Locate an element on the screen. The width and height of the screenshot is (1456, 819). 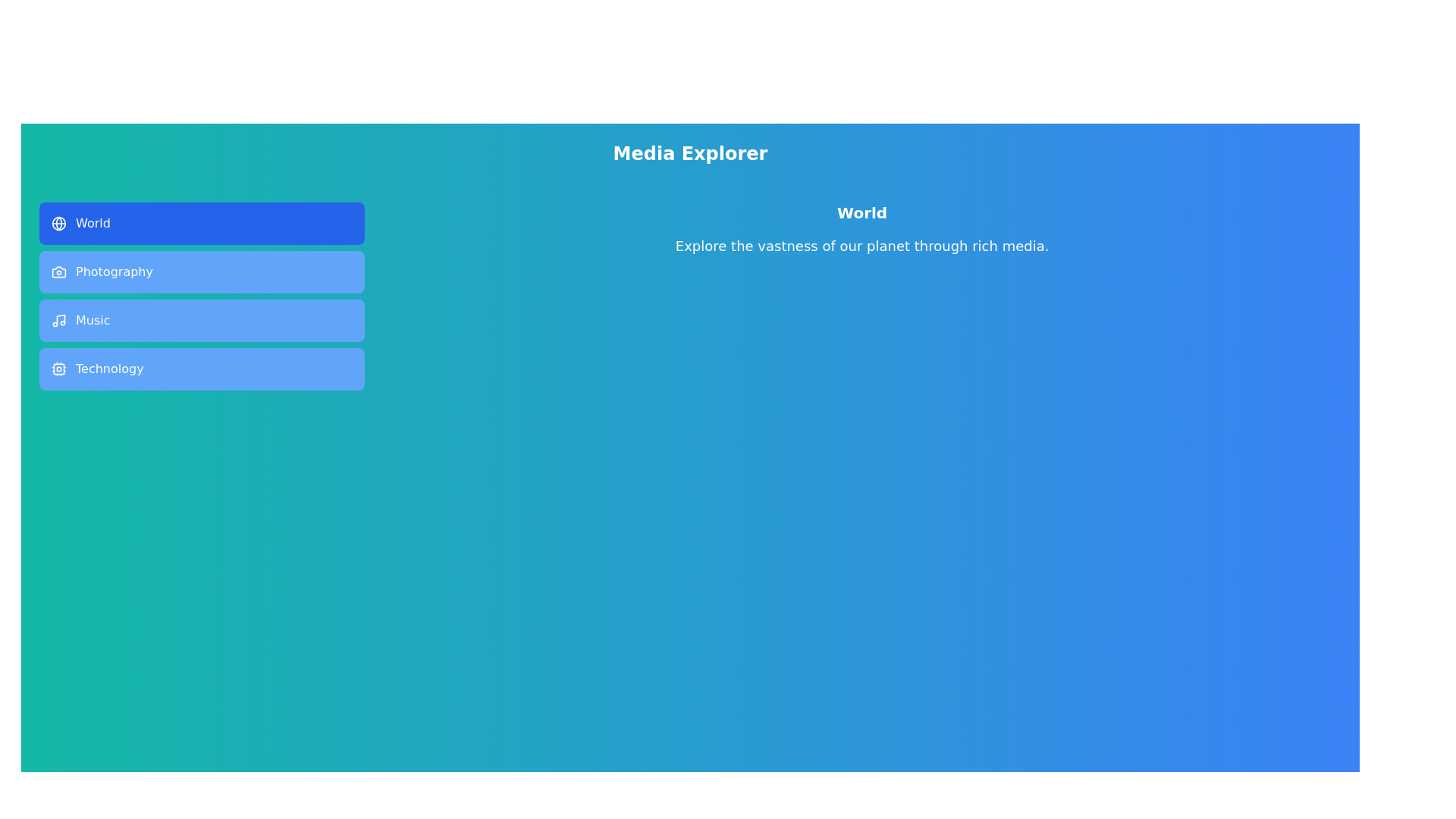
the icon of the World tab to examine it is located at coordinates (58, 223).